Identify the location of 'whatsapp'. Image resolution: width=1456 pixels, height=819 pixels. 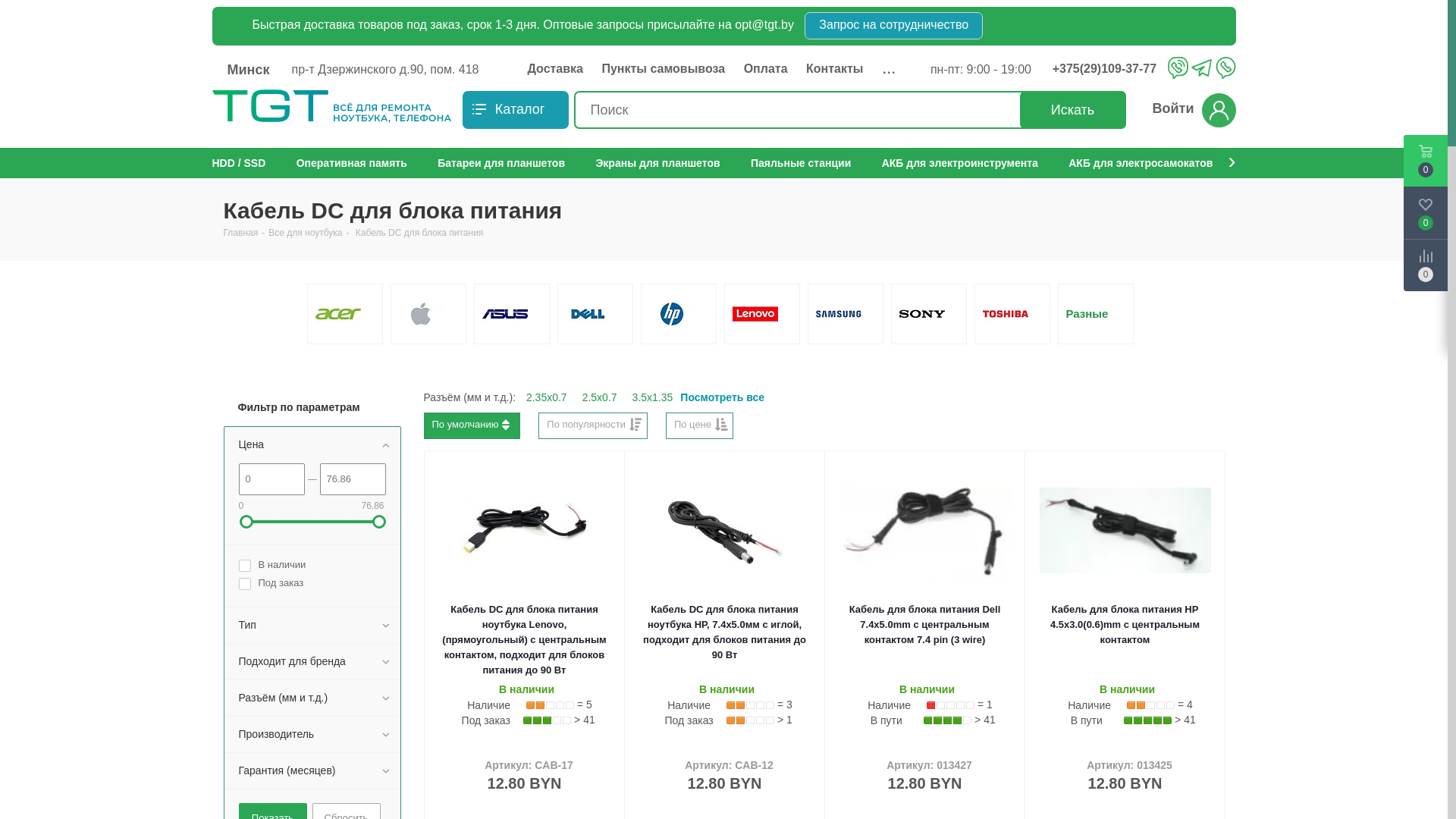
(1225, 66).